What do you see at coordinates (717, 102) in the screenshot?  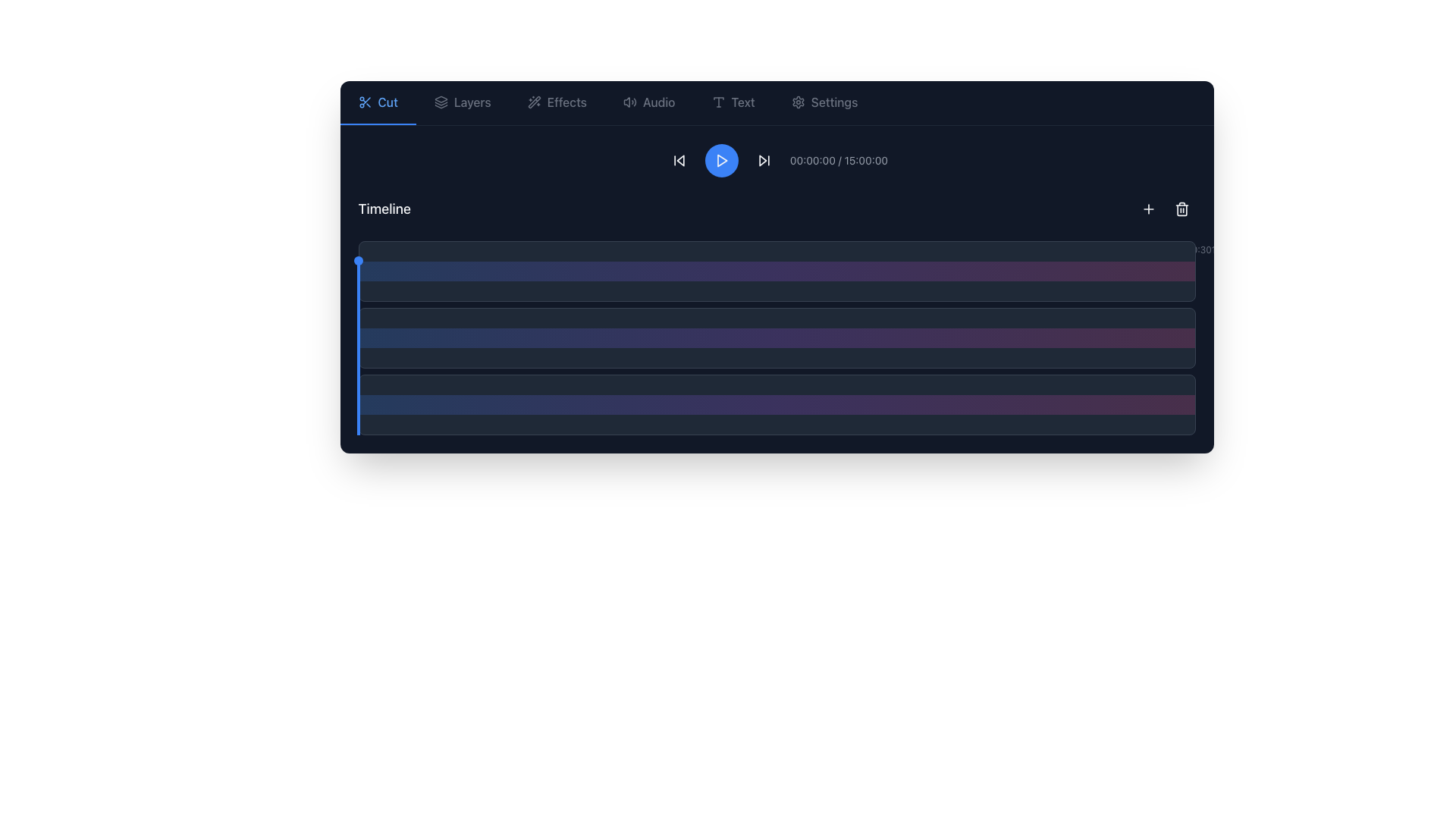 I see `the 'T' icon representing text functionality located at the top center of the interface, positioned within a button-like structure labeled 'Text'` at bounding box center [717, 102].